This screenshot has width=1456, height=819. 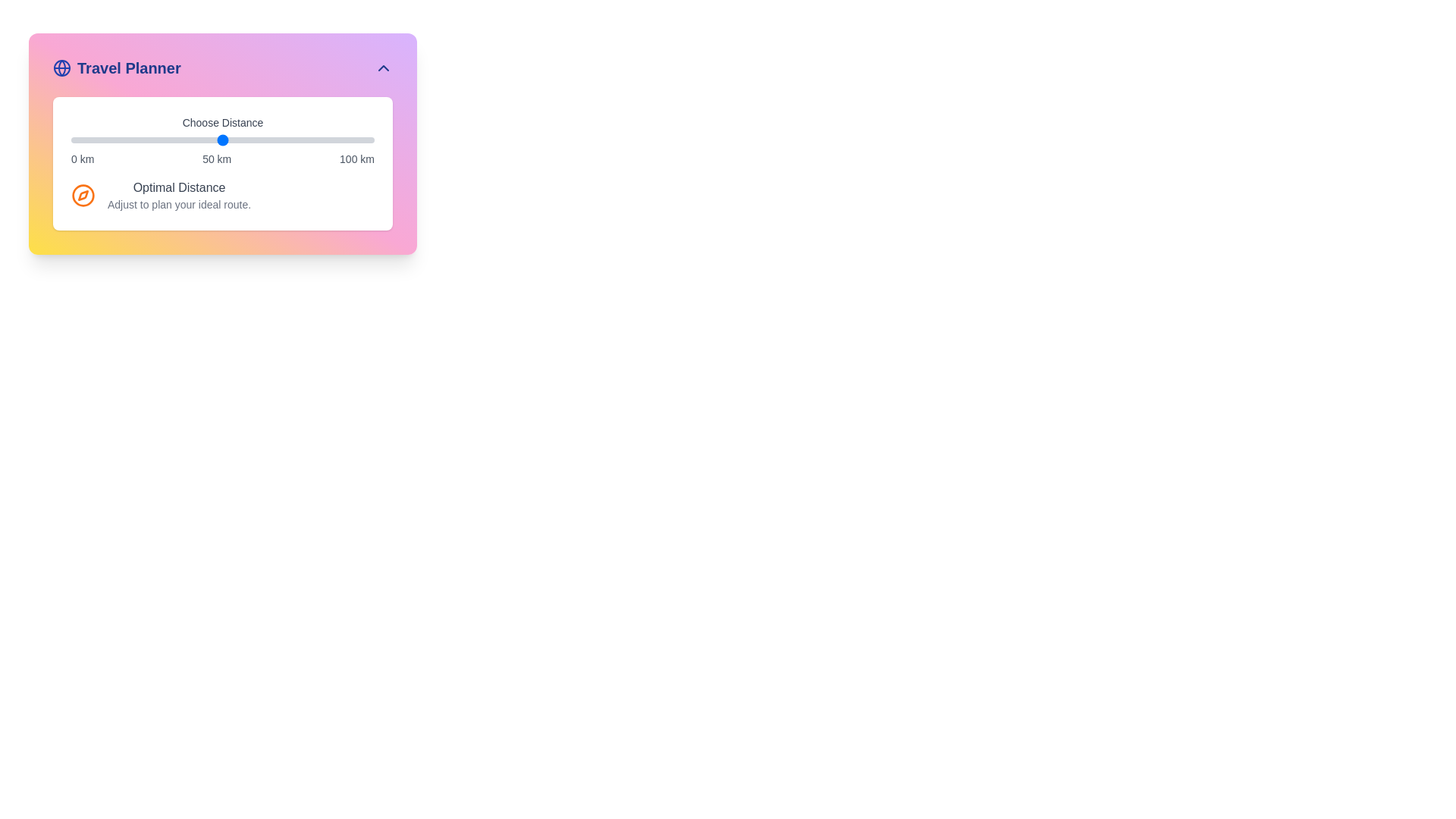 What do you see at coordinates (302, 140) in the screenshot?
I see `the slider` at bounding box center [302, 140].